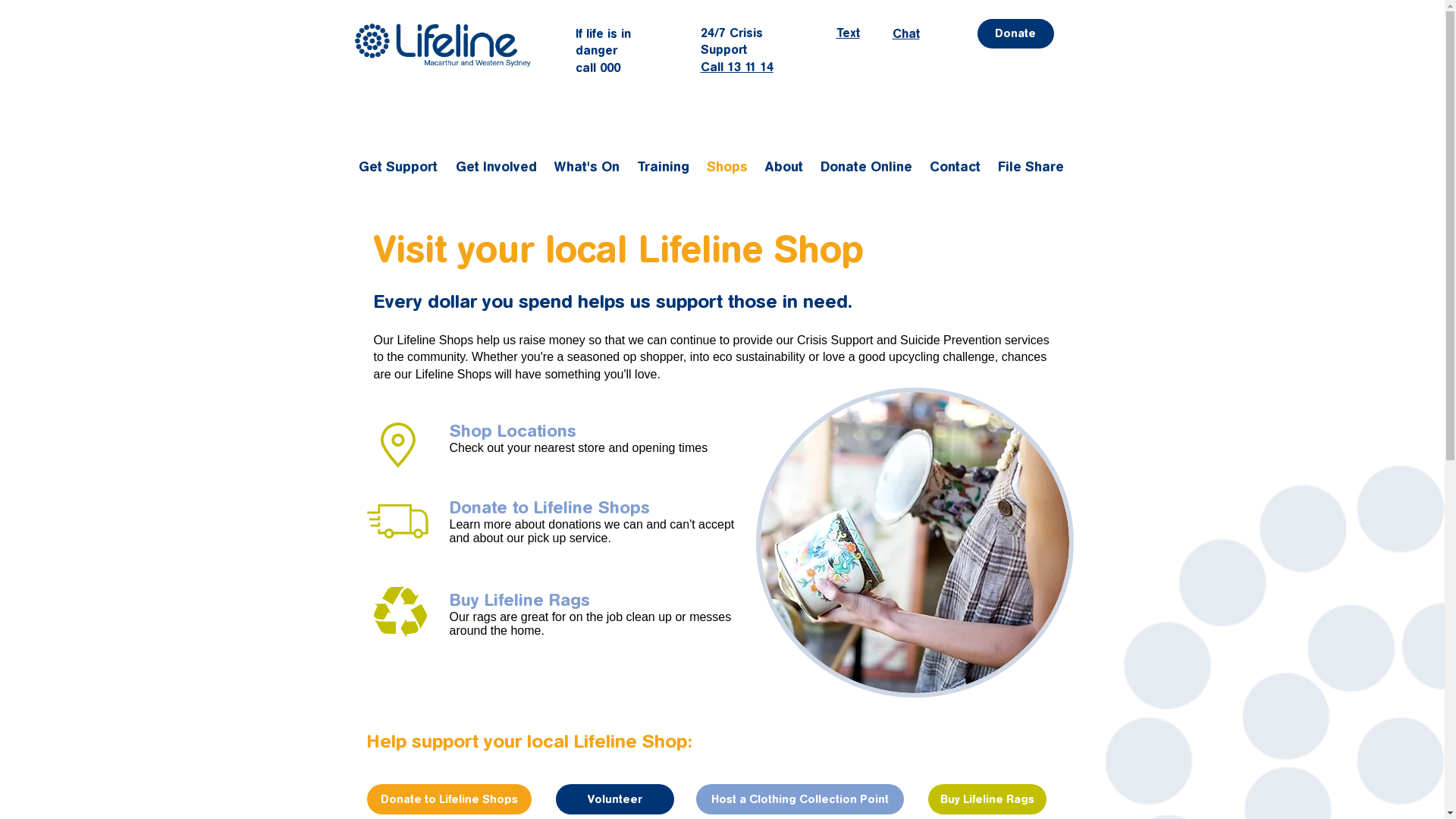 This screenshot has height=819, width=1456. I want to click on 'Text', so click(846, 33).